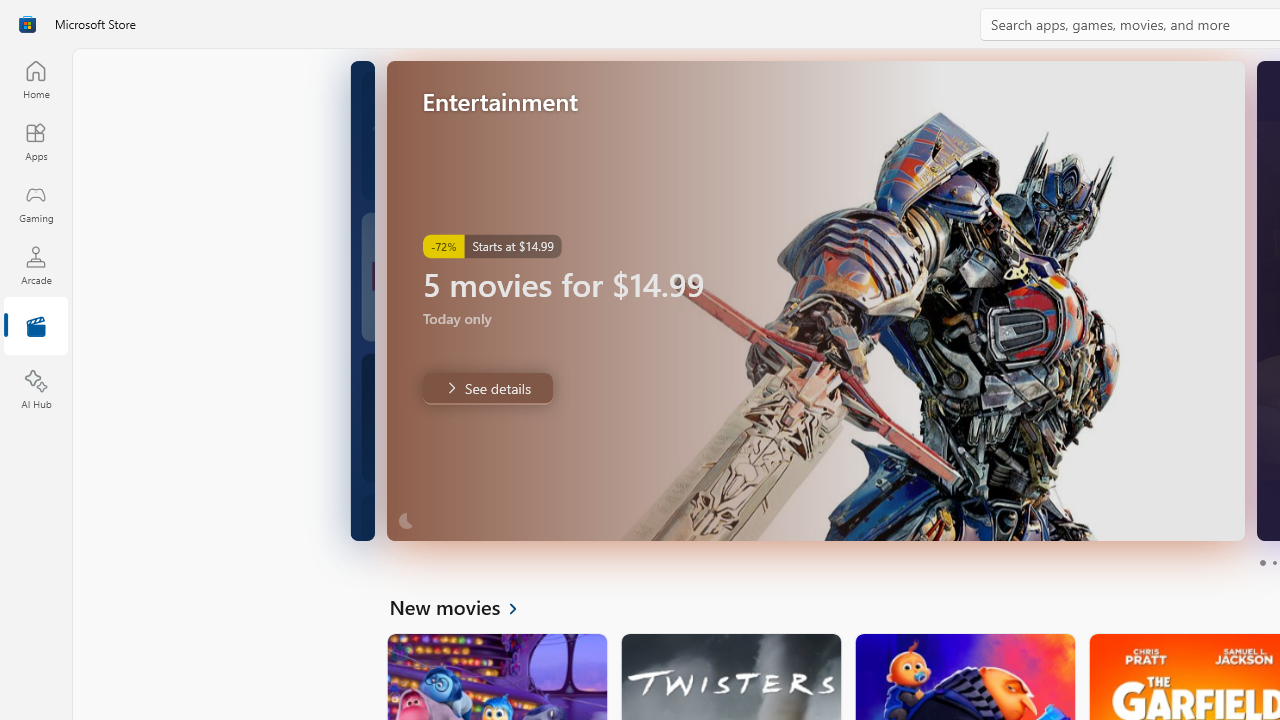 The width and height of the screenshot is (1280, 720). I want to click on 'Apps', so click(35, 140).